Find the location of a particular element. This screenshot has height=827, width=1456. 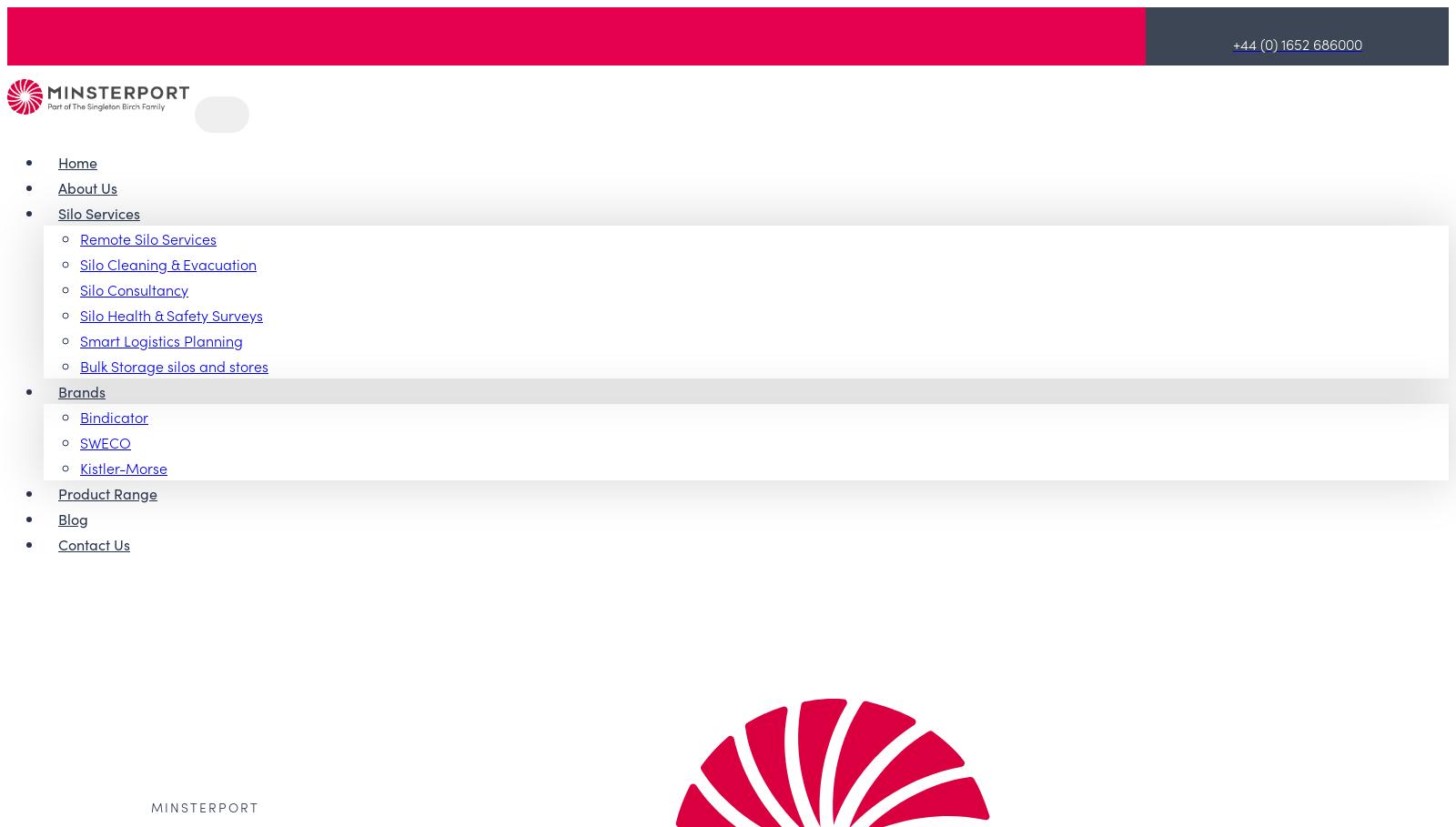

'Silo Services' is located at coordinates (97, 210).